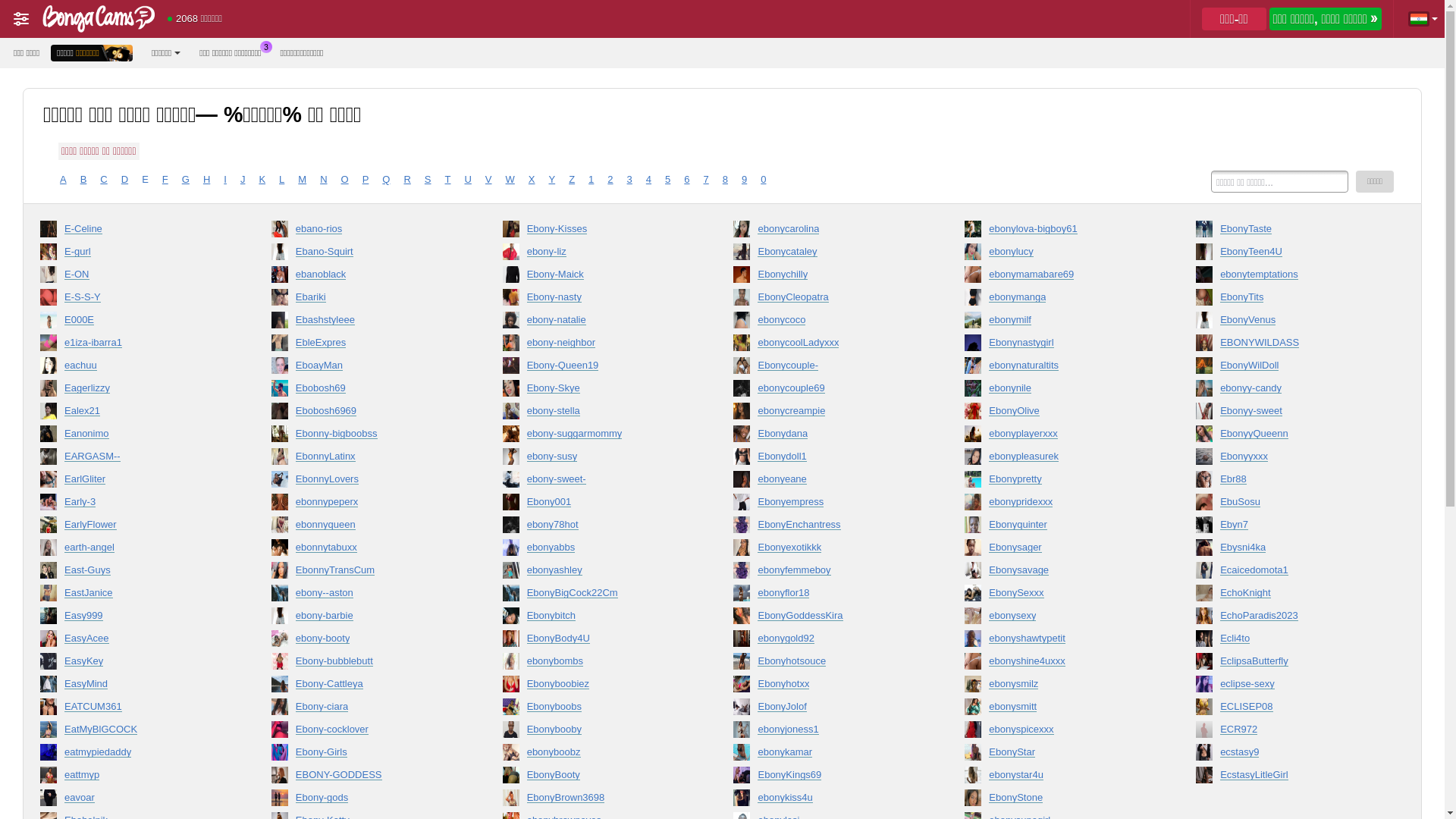 This screenshot has height=819, width=1456. Describe the element at coordinates (385, 178) in the screenshot. I see `'Q'` at that location.